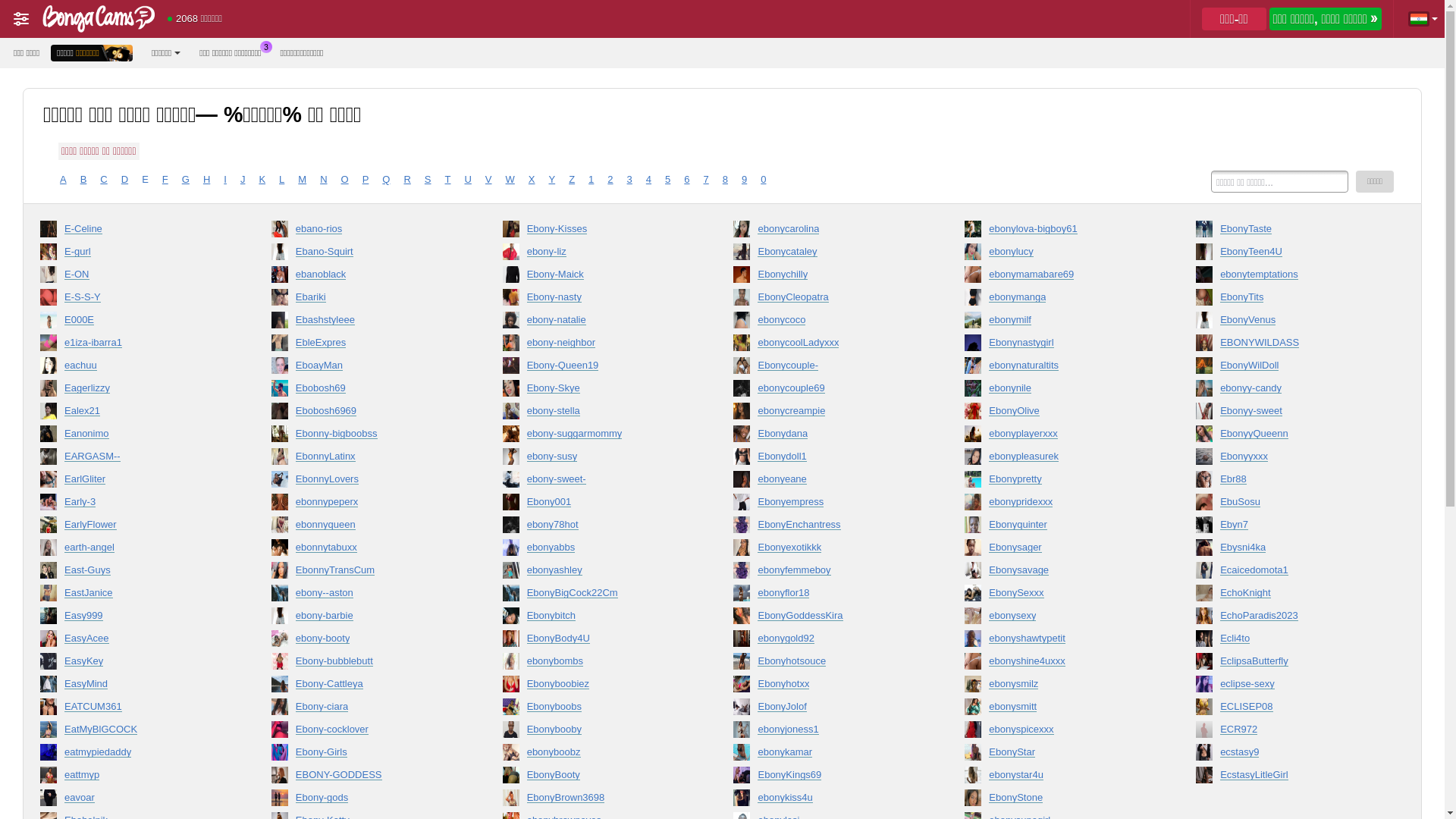 This screenshot has height=819, width=1456. Describe the element at coordinates (385, 178) in the screenshot. I see `'Q'` at that location.